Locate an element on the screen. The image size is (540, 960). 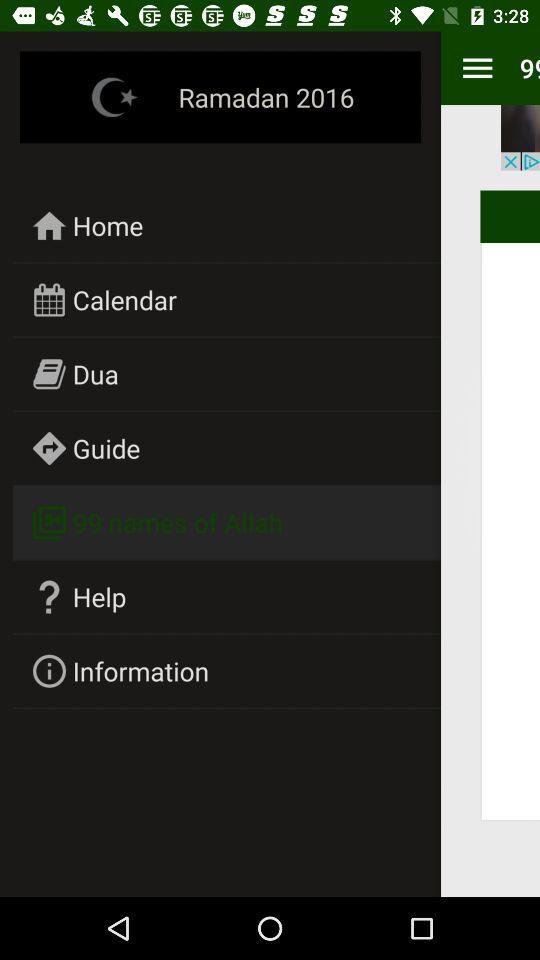
the help is located at coordinates (98, 596).